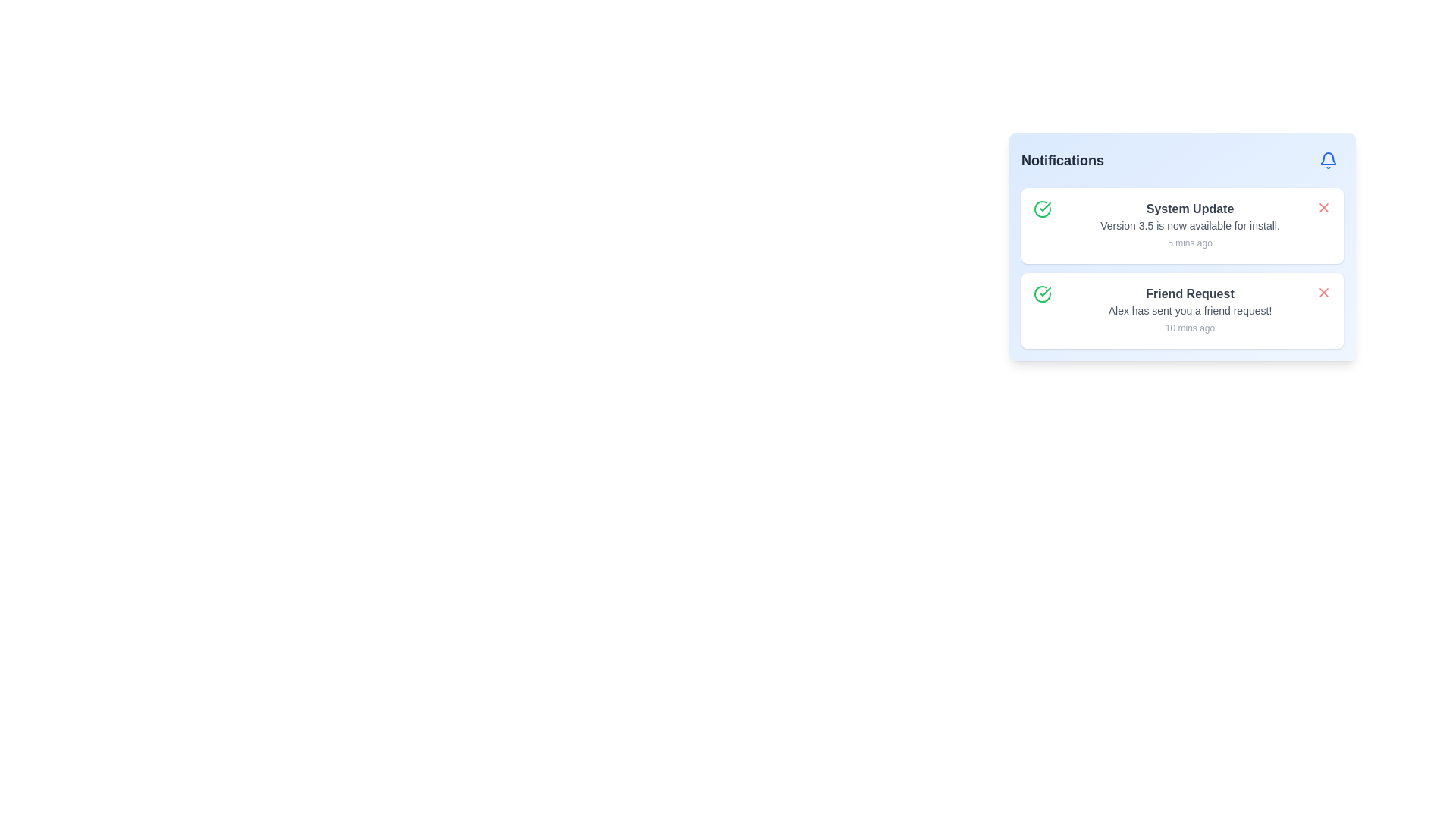  Describe the element at coordinates (1189, 225) in the screenshot. I see `the text element that reads 'Version 3.5 is now available for install.' which is styled in gray and positioned below the title 'System Update' within the notification box` at that location.